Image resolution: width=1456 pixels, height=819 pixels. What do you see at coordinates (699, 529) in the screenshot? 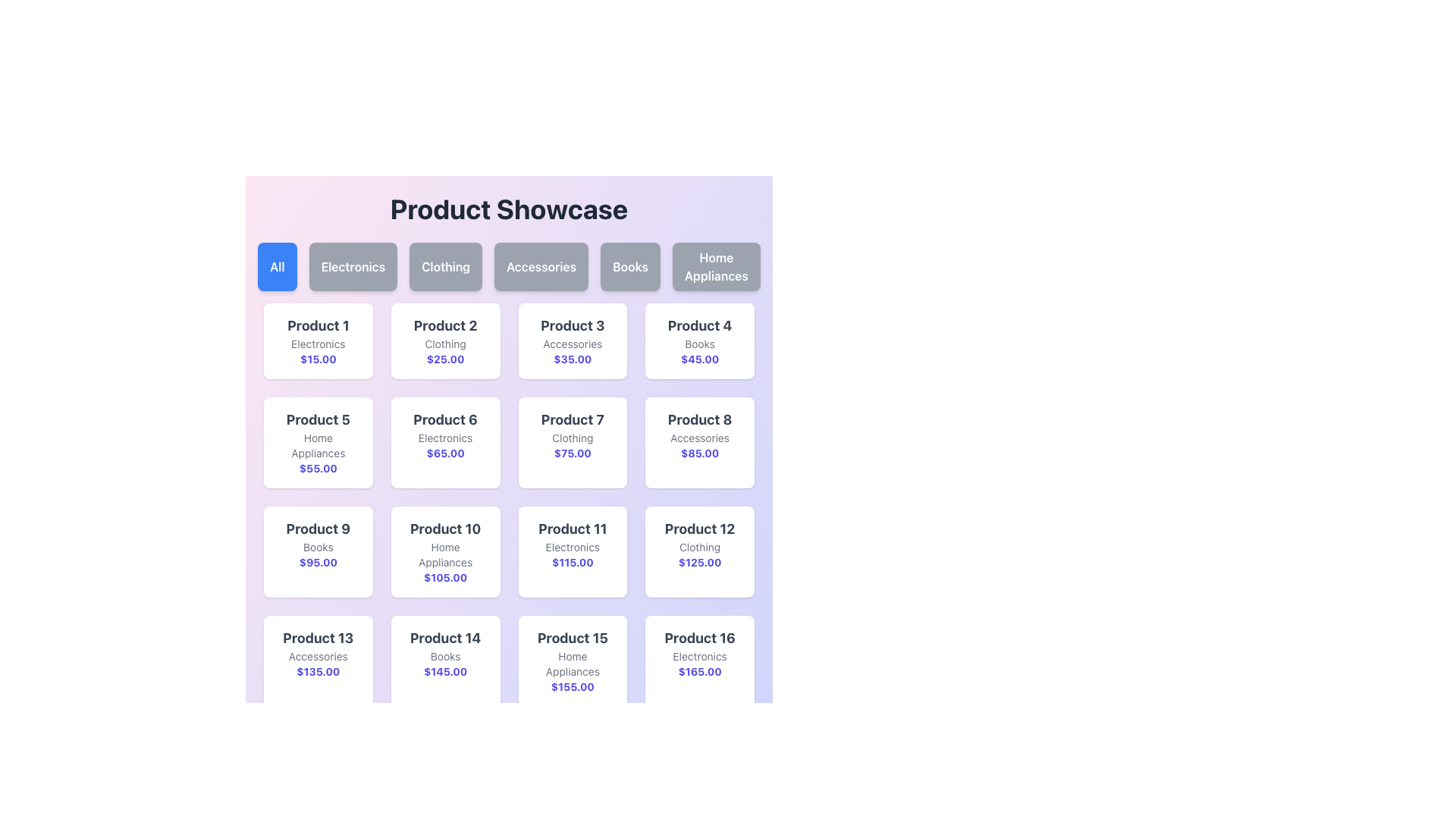
I see `the text label displaying the product title 'Product 12' located at the top of the card in the product showcase grid` at bounding box center [699, 529].